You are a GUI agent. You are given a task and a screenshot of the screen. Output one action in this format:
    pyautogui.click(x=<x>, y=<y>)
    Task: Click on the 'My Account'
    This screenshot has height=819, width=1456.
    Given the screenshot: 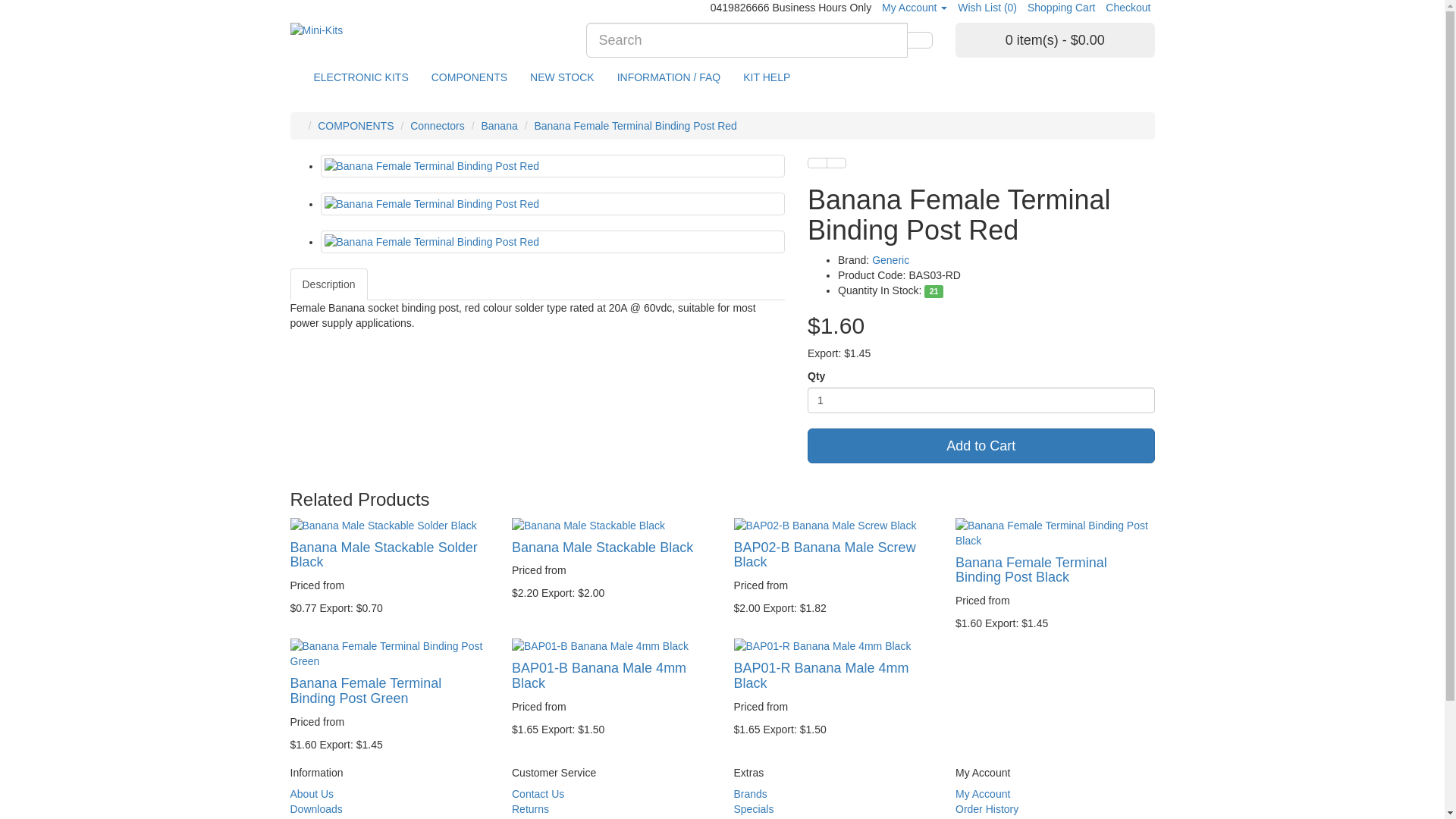 What is the action you would take?
    pyautogui.click(x=913, y=8)
    